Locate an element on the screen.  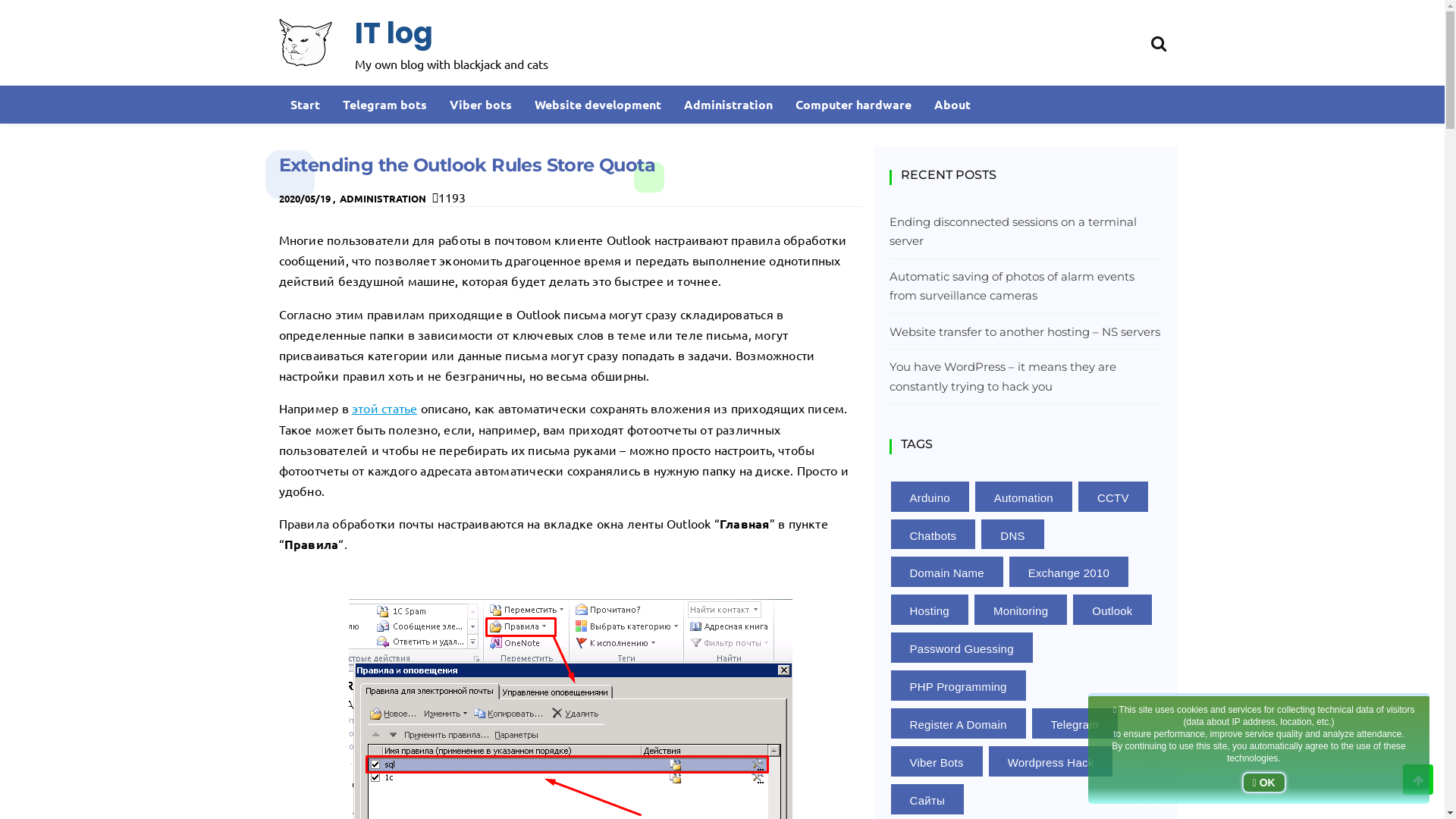
'Telegram' is located at coordinates (1074, 722).